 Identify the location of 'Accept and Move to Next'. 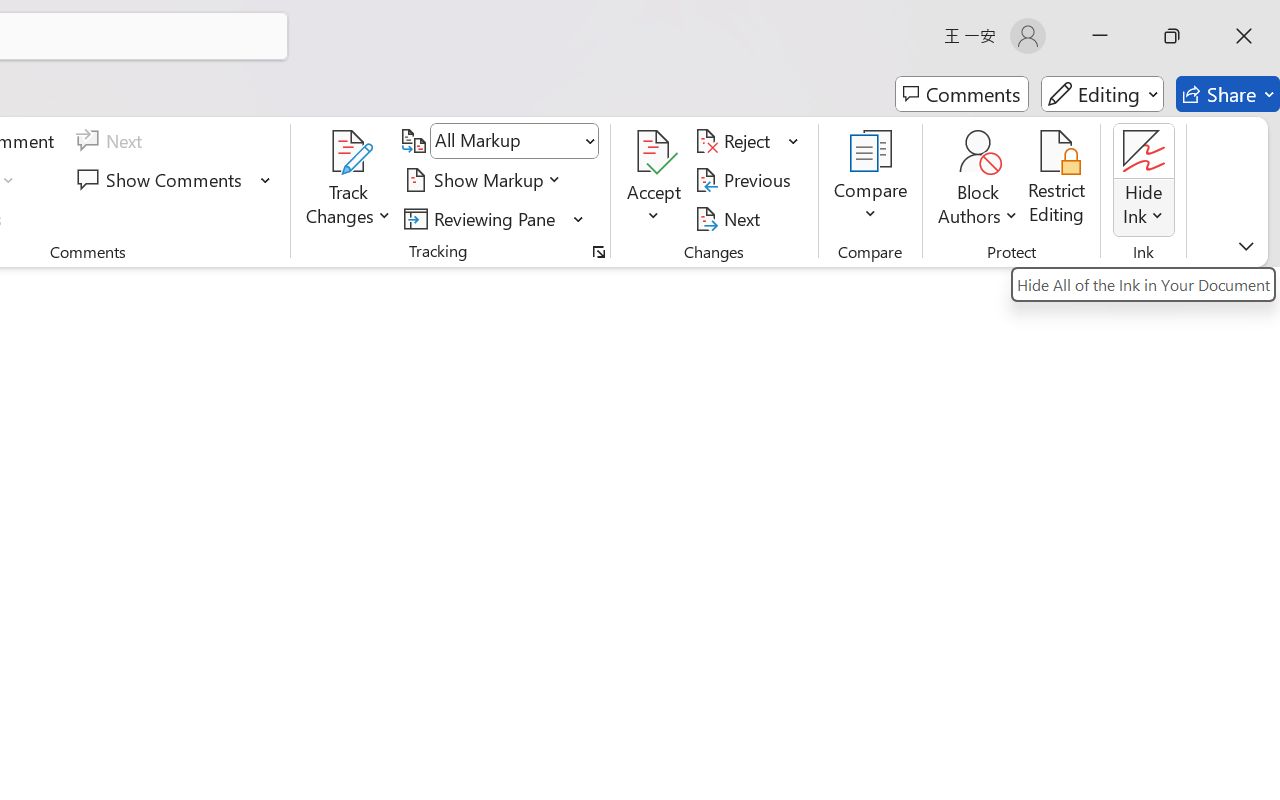
(654, 151).